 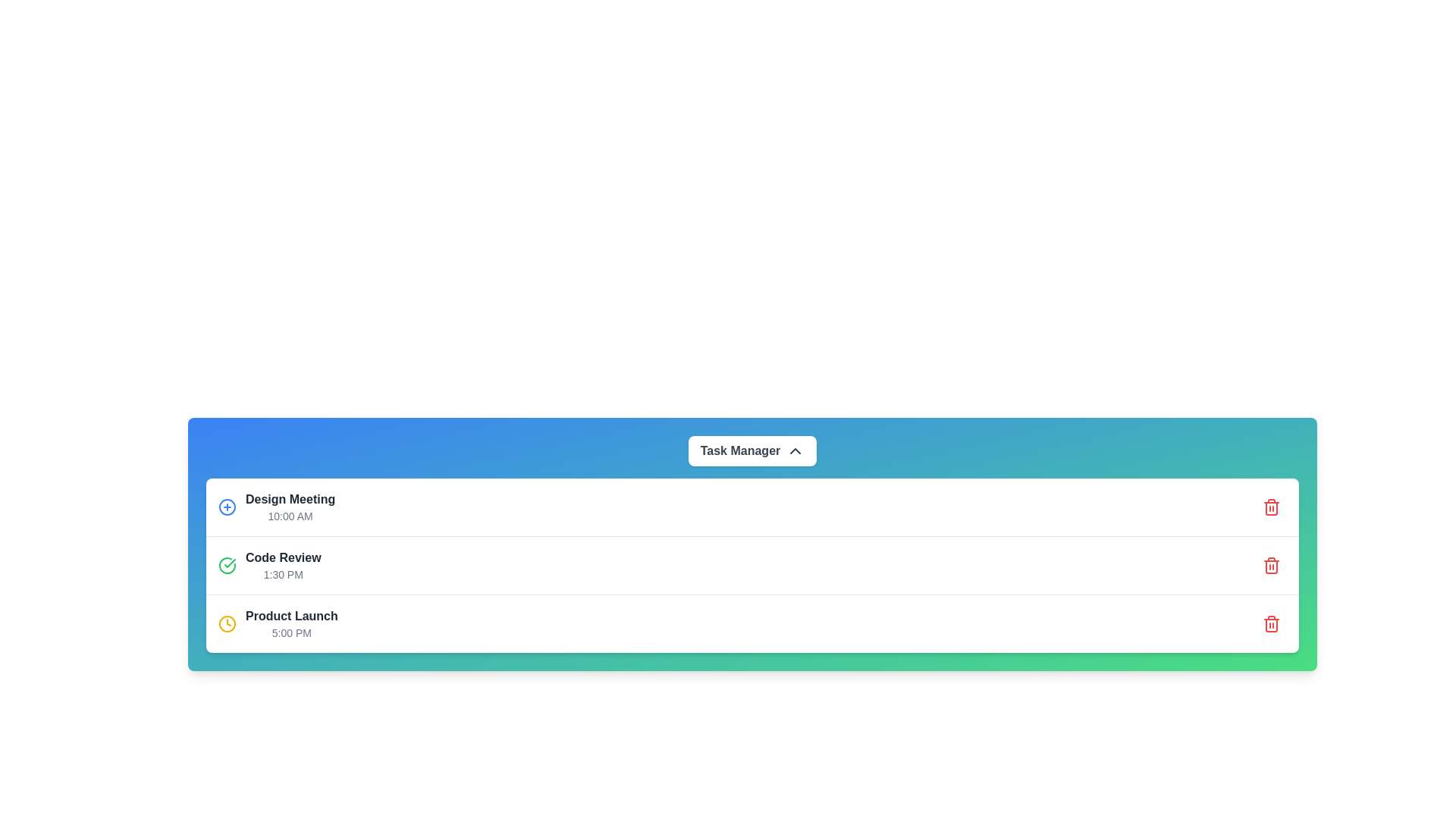 I want to click on the circular yellow clock icon located to the left of the 'Product Launch' text at the bottom entry of the list, so click(x=226, y=623).